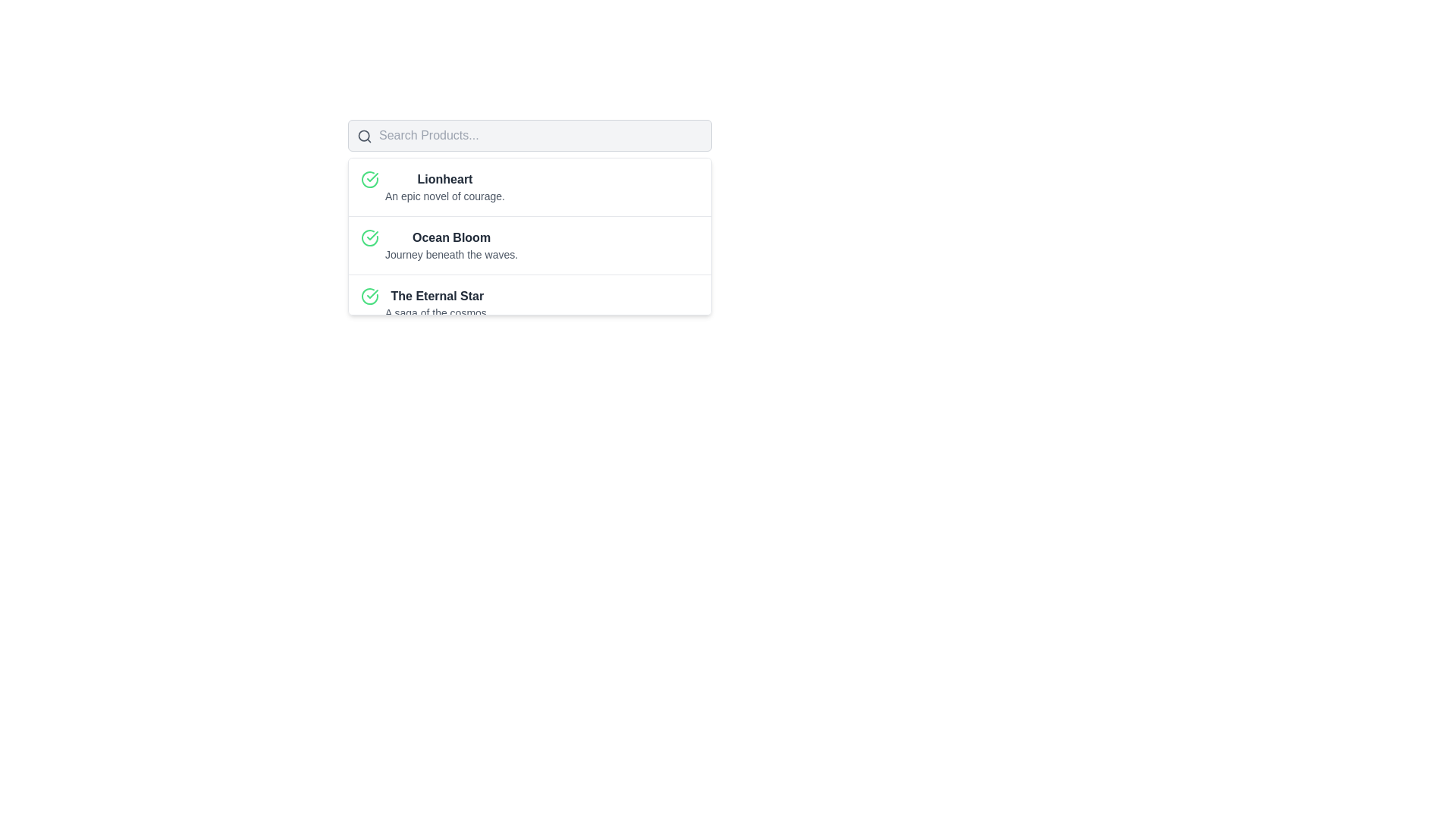  I want to click on the Text block element, which is centered below 'Lionheart' and above 'The Eternal Star', so click(450, 245).